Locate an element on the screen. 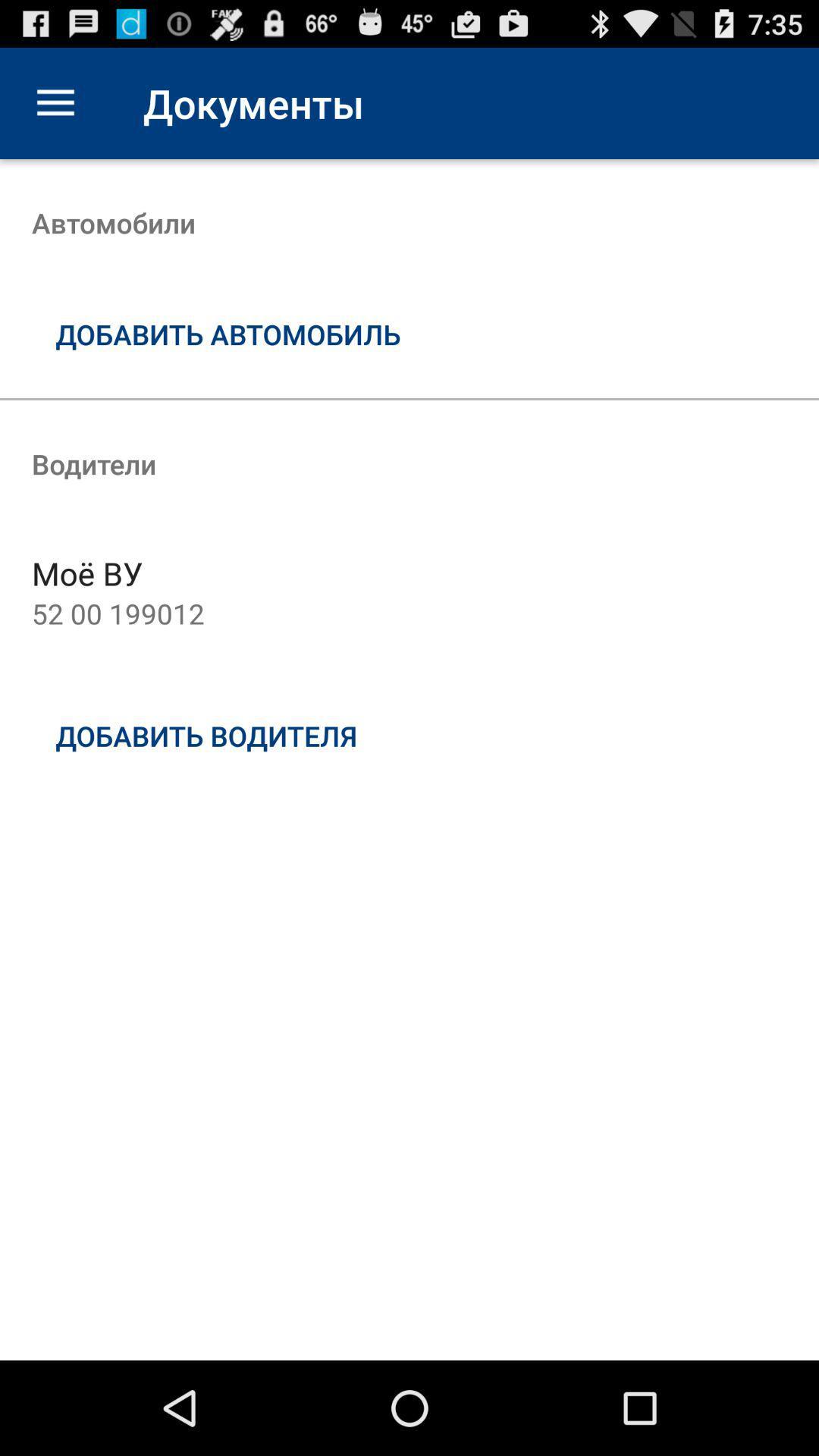 This screenshot has height=1456, width=819. the item below 52 00 199012 item is located at coordinates (409, 736).